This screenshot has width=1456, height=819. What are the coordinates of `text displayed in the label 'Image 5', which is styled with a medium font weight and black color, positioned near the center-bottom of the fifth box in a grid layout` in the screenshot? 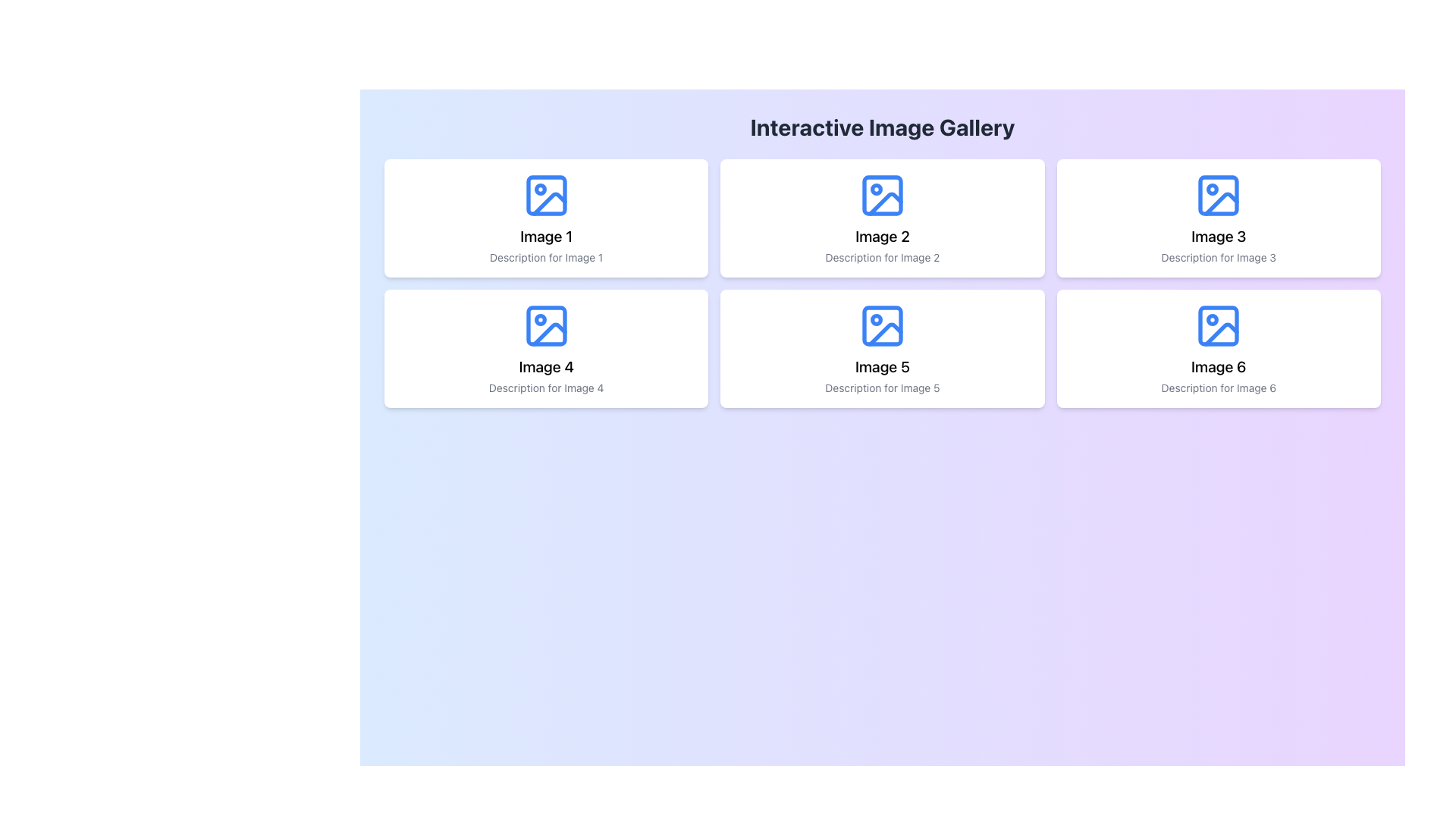 It's located at (882, 366).